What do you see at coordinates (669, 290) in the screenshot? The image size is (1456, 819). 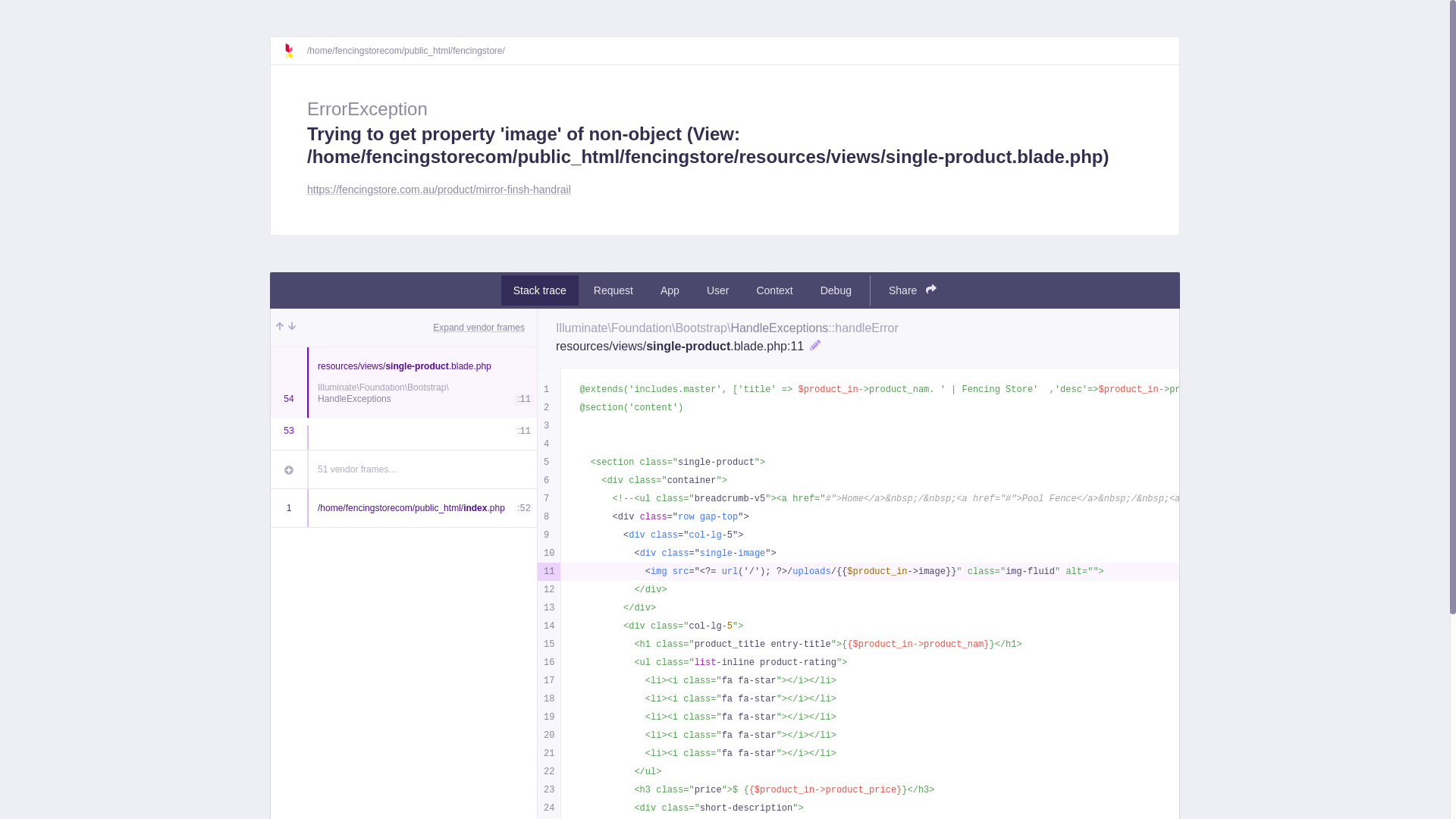 I see `'App'` at bounding box center [669, 290].